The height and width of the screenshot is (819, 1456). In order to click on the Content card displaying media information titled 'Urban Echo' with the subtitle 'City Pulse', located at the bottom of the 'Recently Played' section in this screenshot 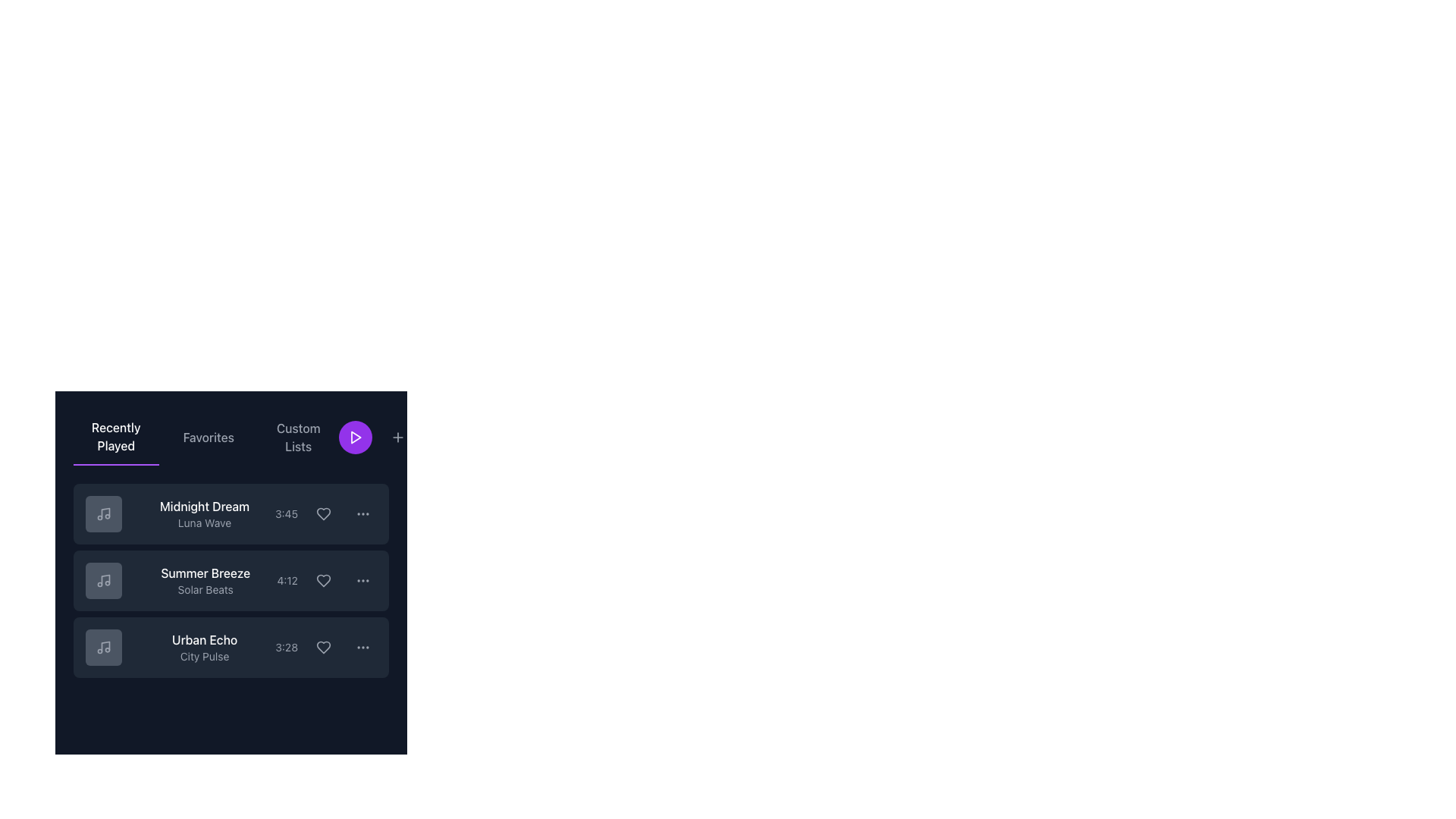, I will do `click(231, 647)`.